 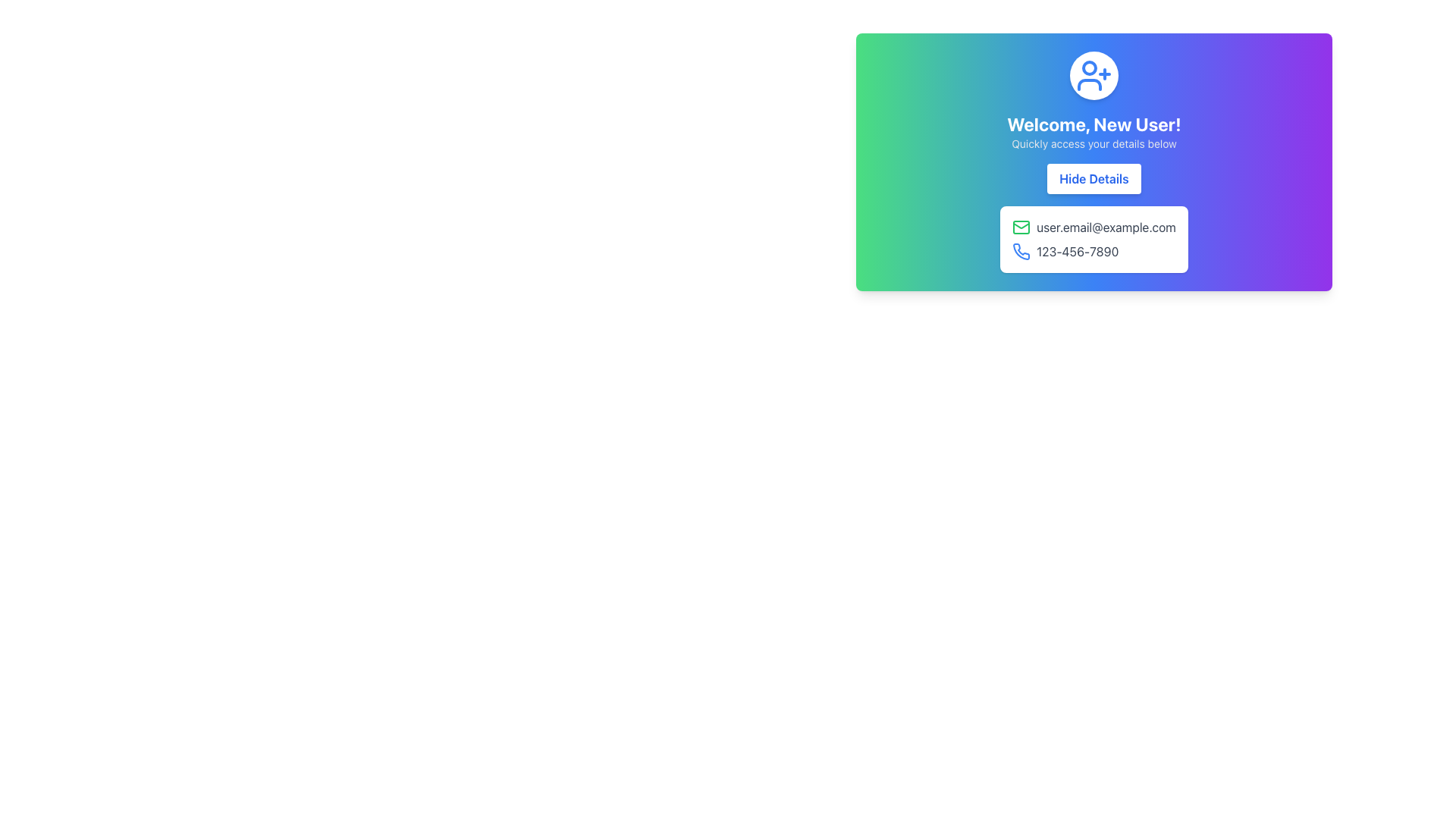 What do you see at coordinates (1094, 143) in the screenshot?
I see `the second static text element located beneath the header 'Welcome, New User!' and above the 'Hide Details' button` at bounding box center [1094, 143].